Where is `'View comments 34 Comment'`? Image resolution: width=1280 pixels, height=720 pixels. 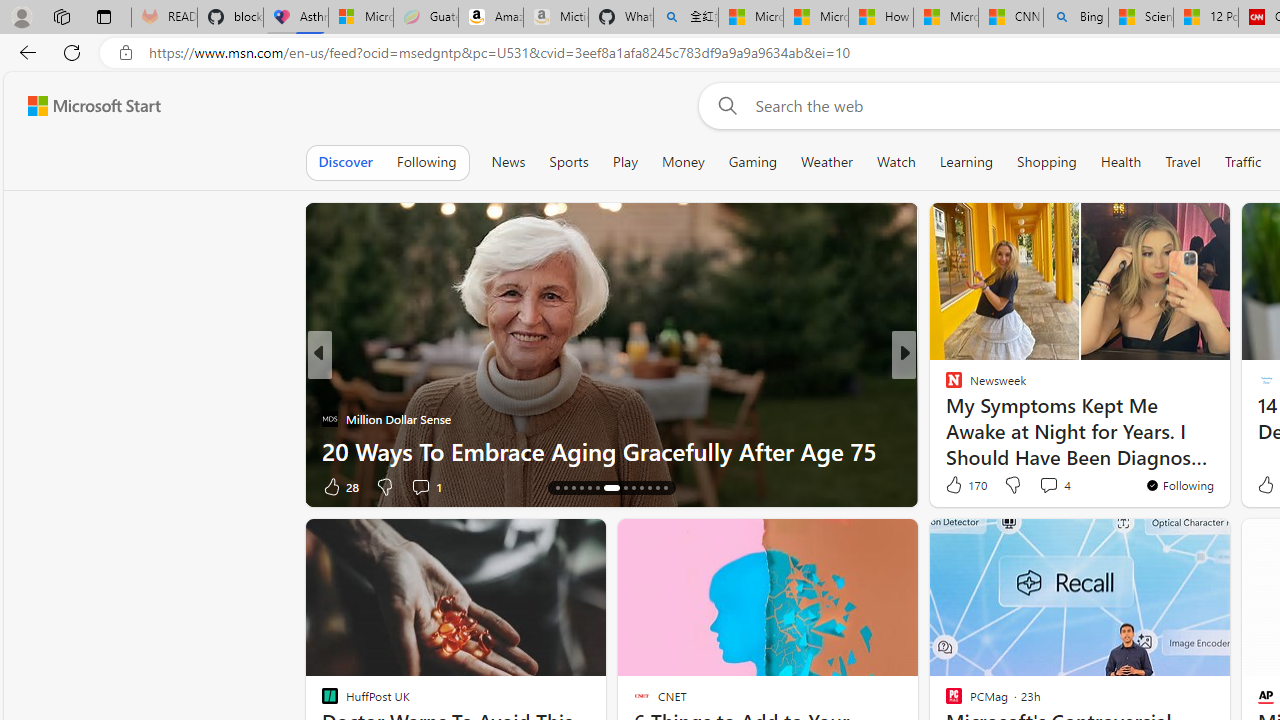 'View comments 34 Comment' is located at coordinates (1041, 486).